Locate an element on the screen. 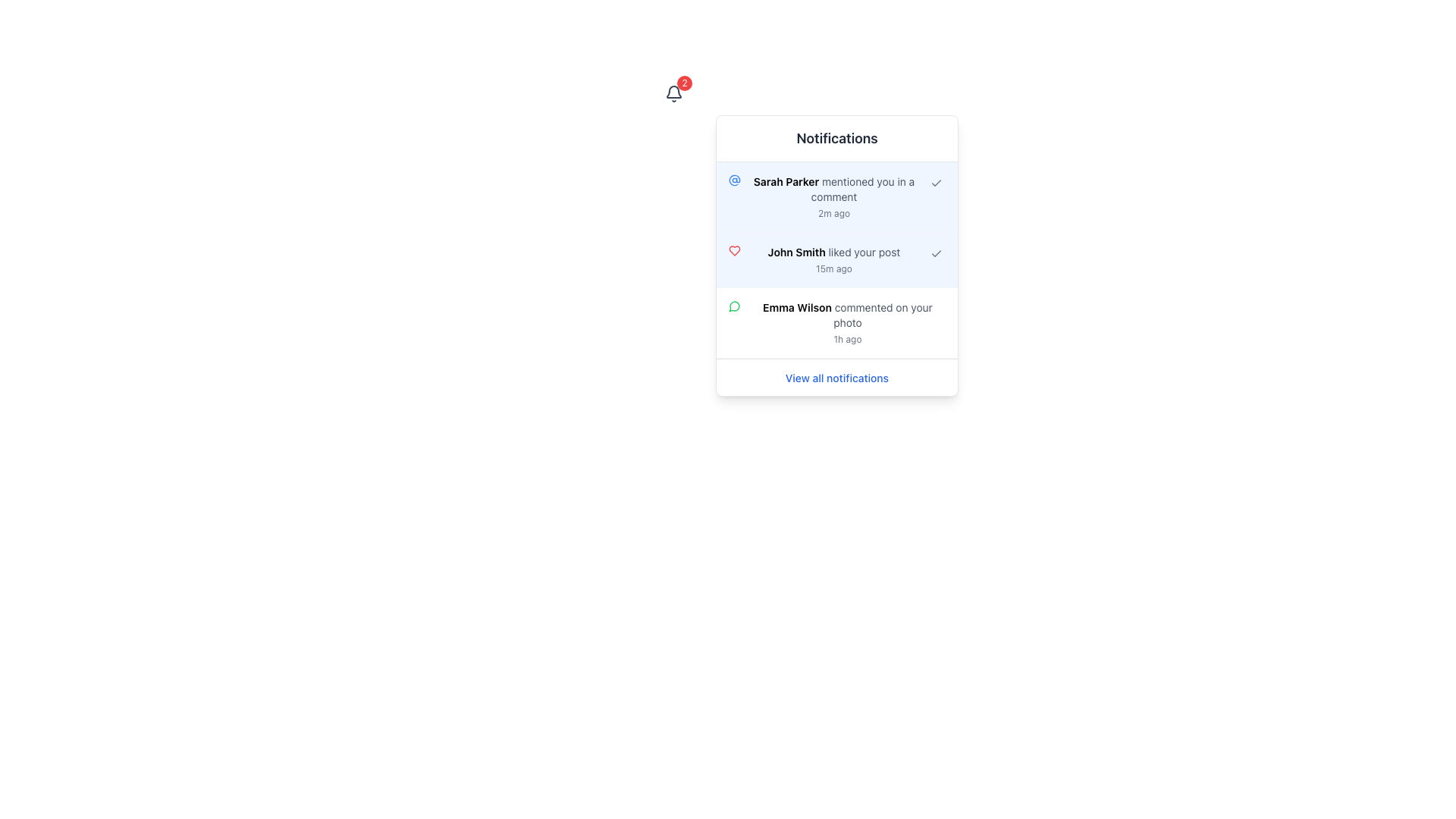  the second notification entry in the notification dropdown which states 'John Smith liked your post 15m ago' is located at coordinates (836, 259).